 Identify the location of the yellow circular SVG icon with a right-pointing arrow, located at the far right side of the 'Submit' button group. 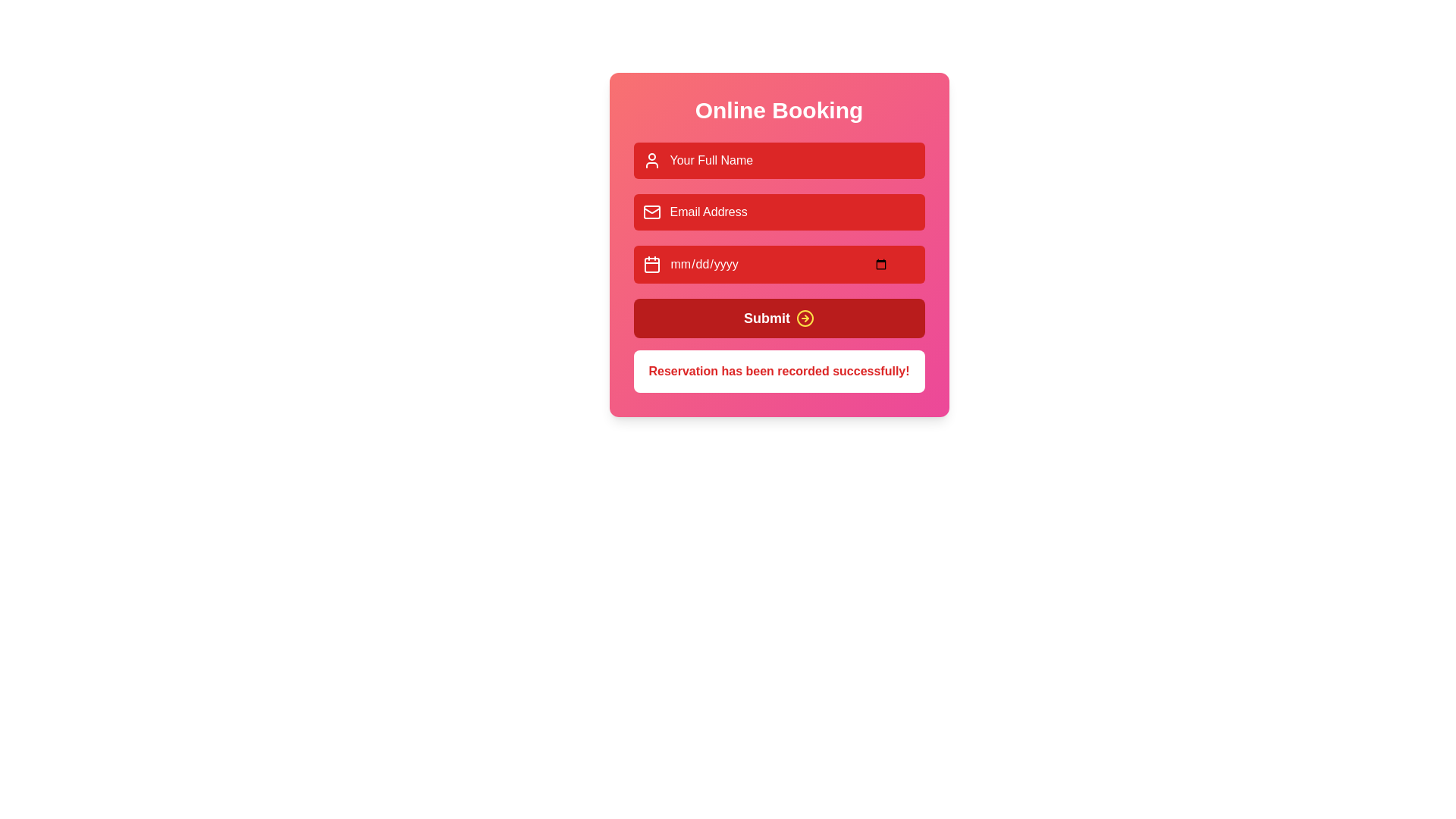
(804, 318).